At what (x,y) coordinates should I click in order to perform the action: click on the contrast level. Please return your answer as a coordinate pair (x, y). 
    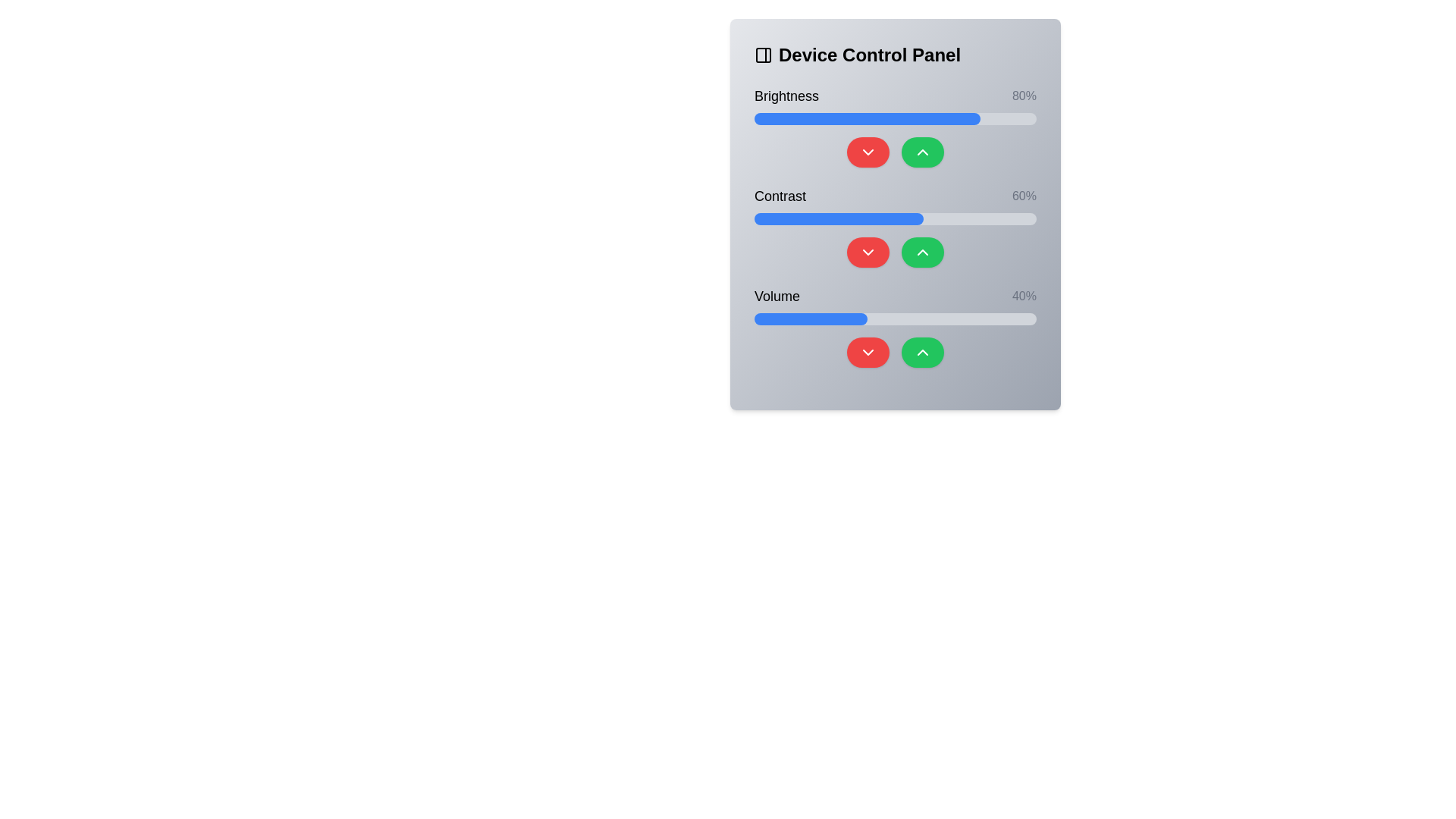
    Looking at the image, I should click on (843, 219).